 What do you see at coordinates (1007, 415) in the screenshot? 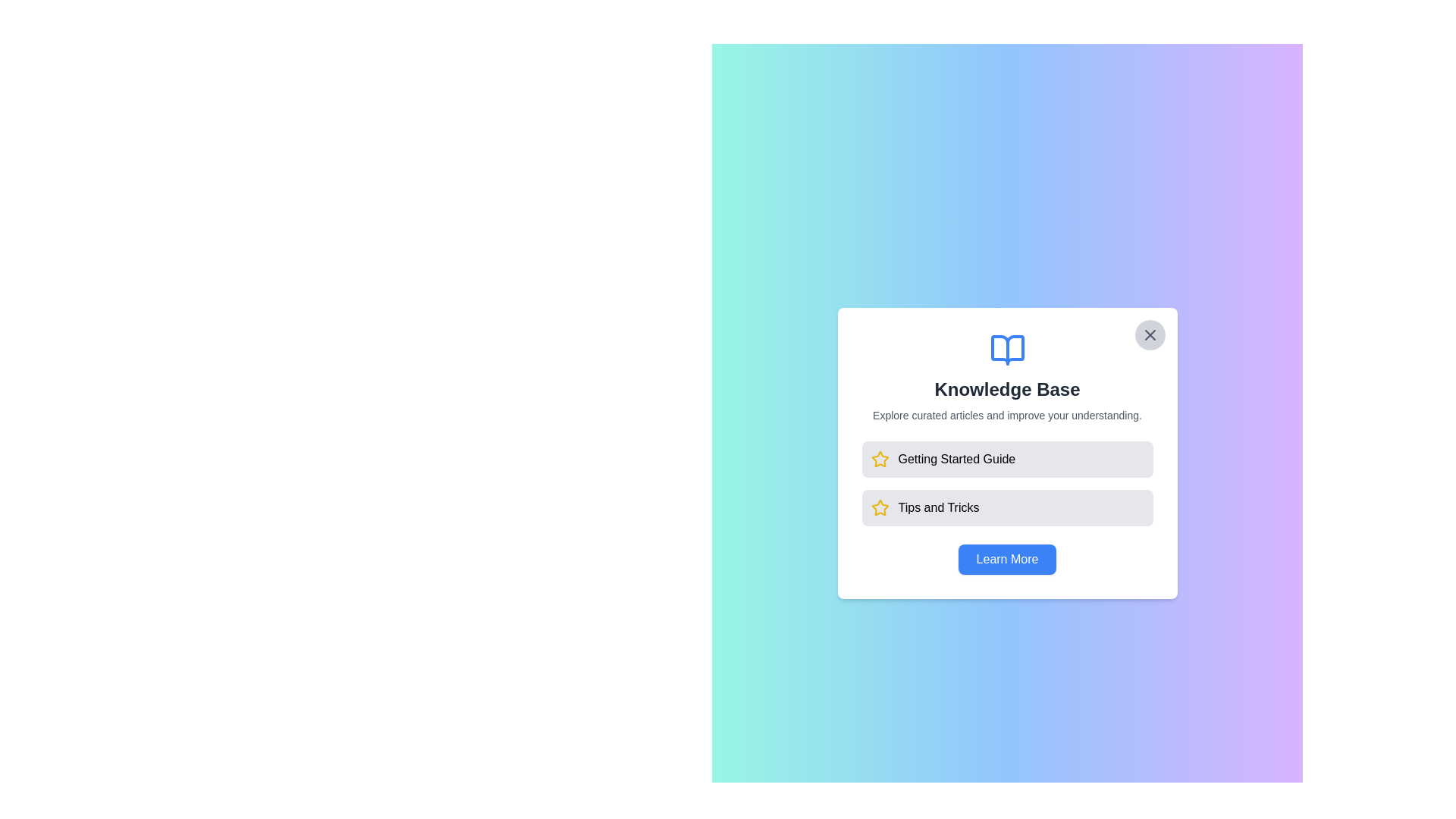
I see `the text label displaying 'Explore curated articles and improve your understanding.' which is centrally placed below the heading 'Knowledge Base' in the pop-up interface` at bounding box center [1007, 415].